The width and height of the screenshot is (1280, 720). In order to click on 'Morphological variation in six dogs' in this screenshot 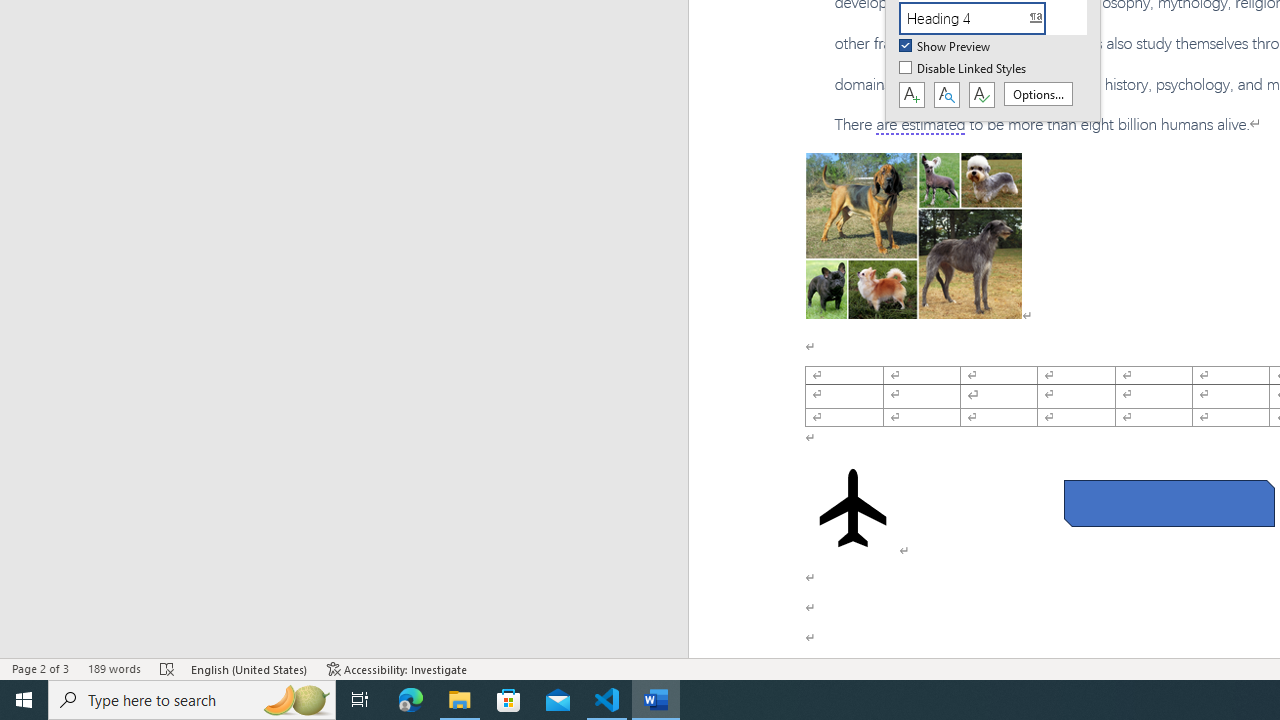, I will do `click(912, 234)`.